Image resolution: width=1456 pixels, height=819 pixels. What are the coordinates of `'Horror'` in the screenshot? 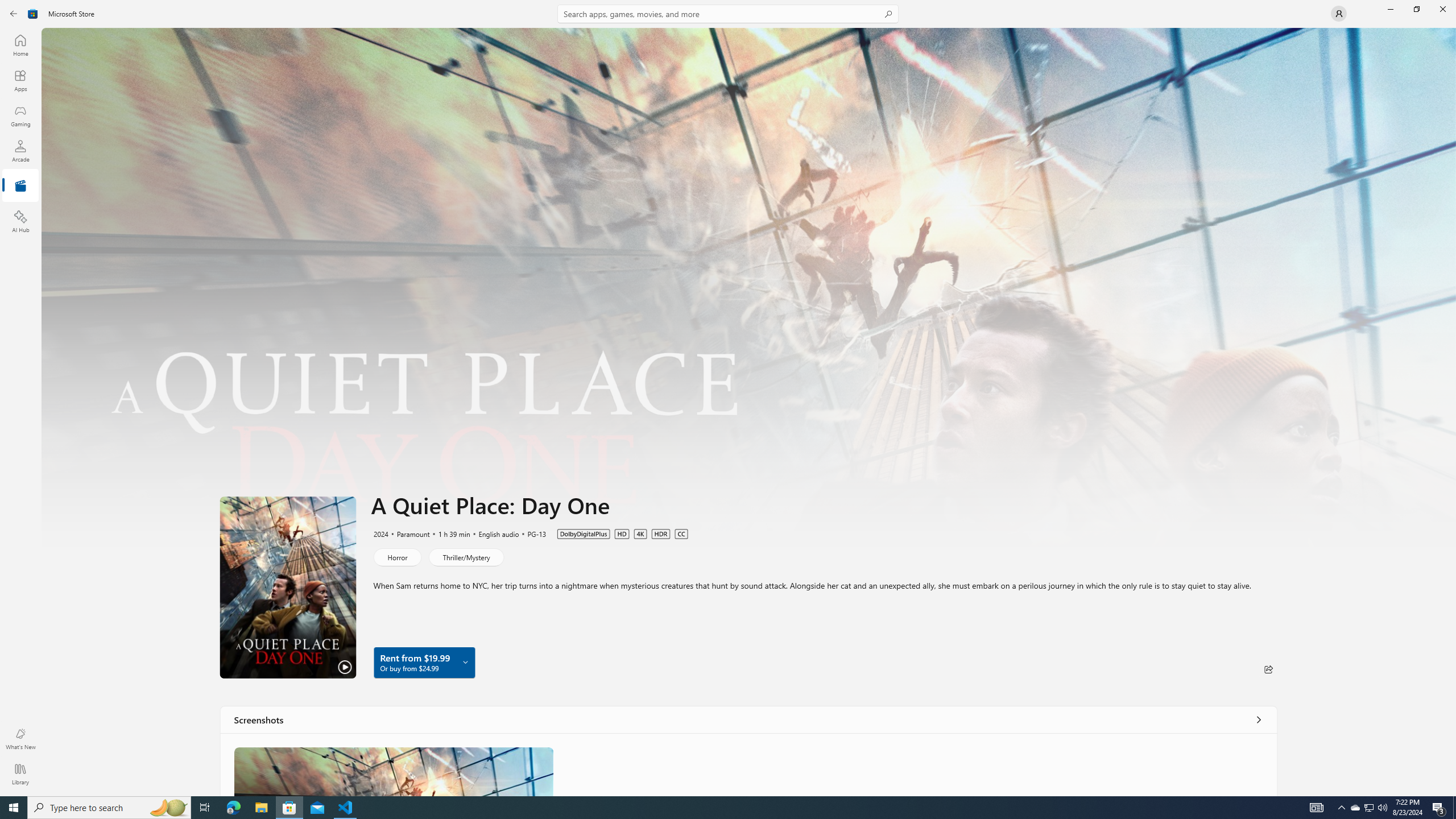 It's located at (396, 556).